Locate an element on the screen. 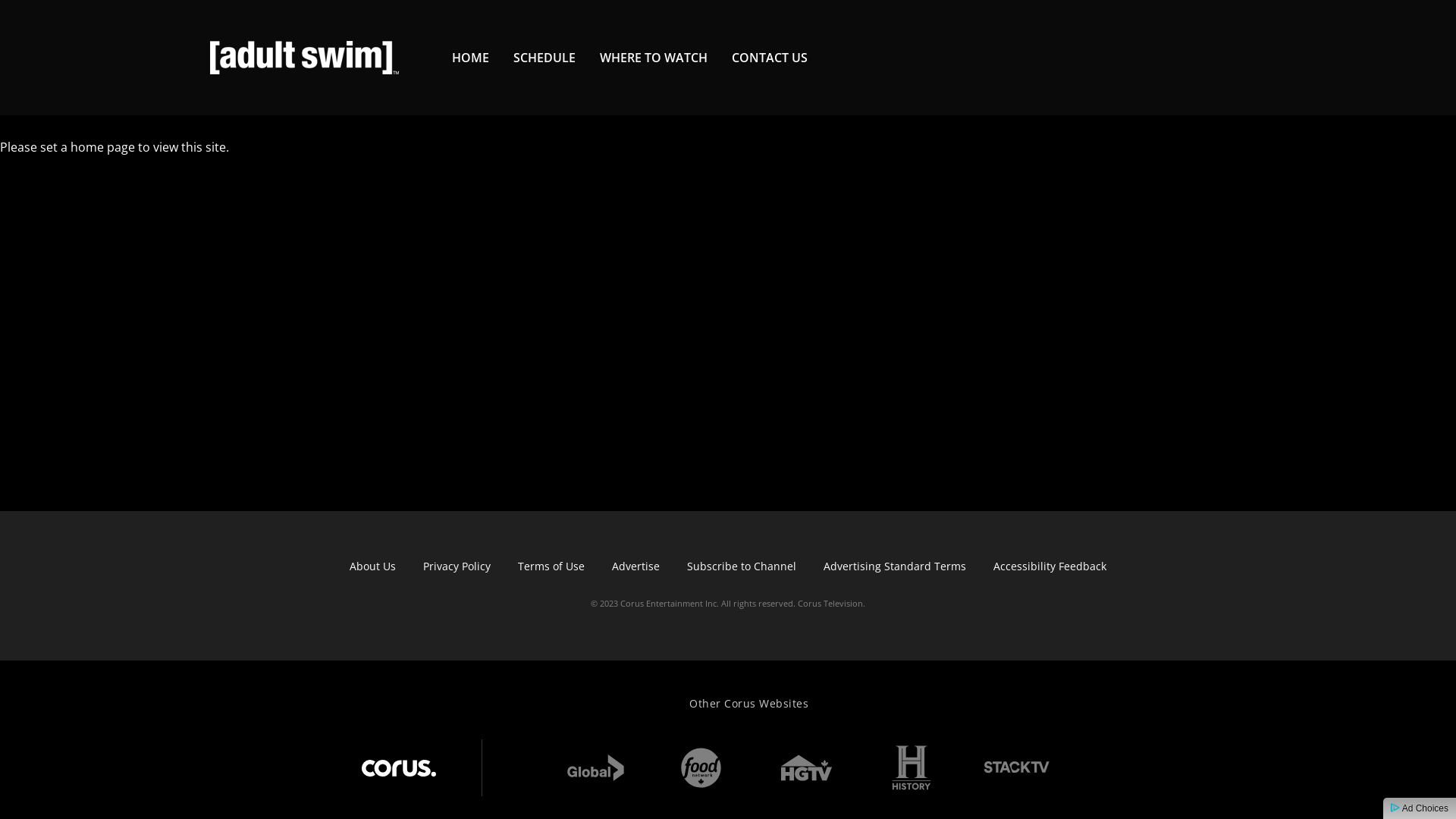  'Food Network' is located at coordinates (662, 767).